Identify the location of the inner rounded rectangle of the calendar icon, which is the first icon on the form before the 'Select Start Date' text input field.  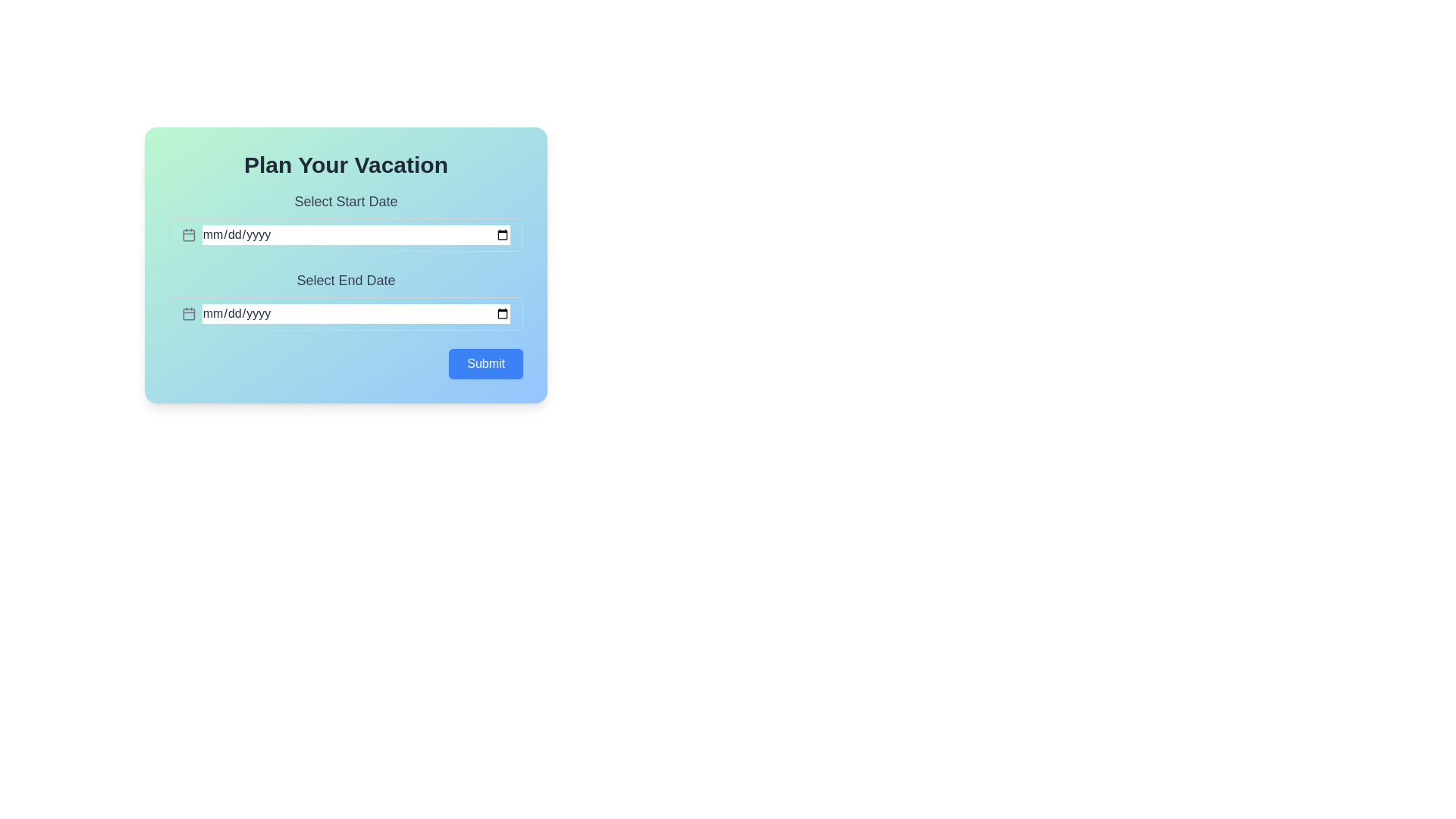
(188, 235).